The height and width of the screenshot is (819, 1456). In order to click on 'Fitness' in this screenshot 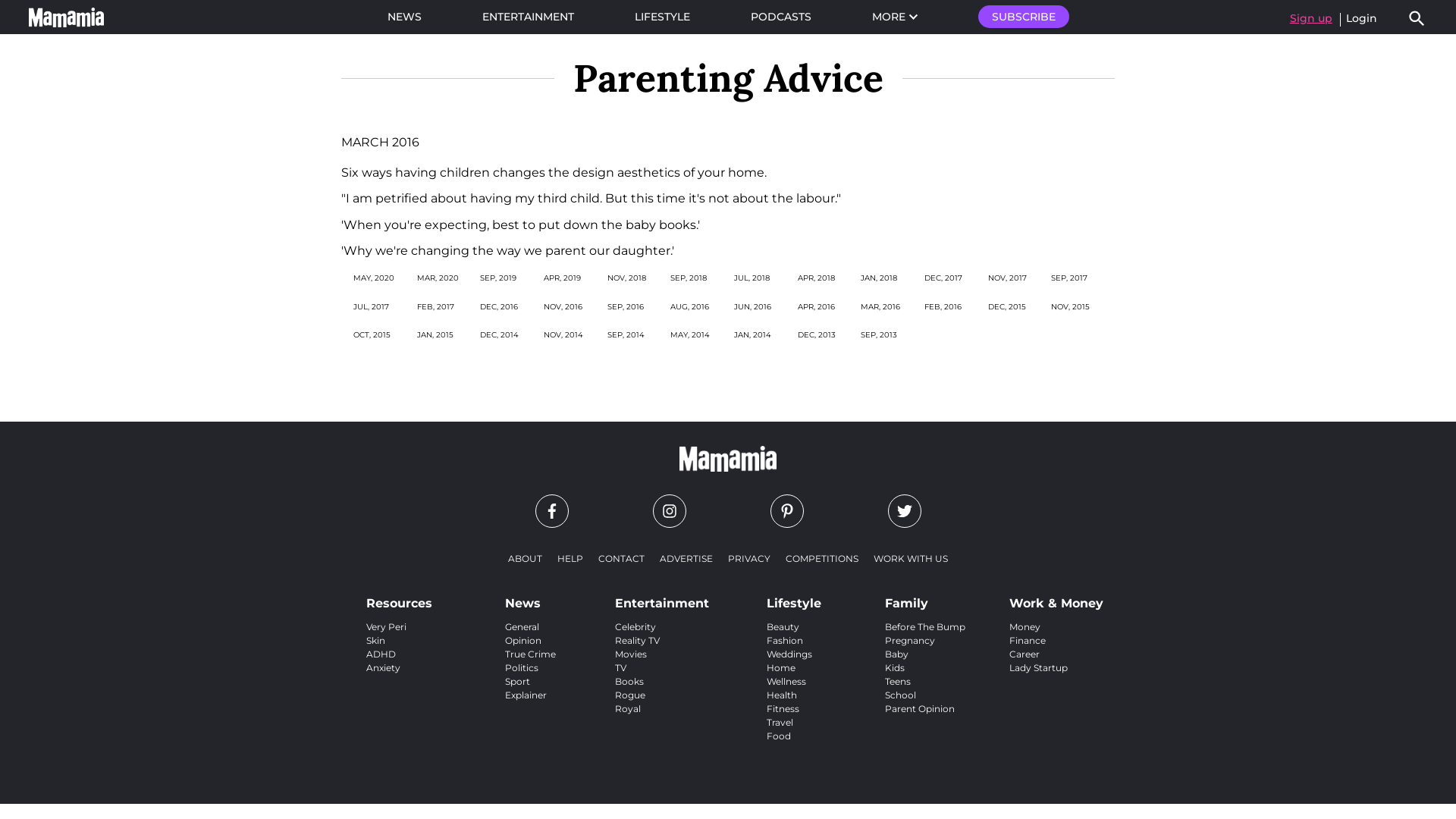, I will do `click(783, 708)`.